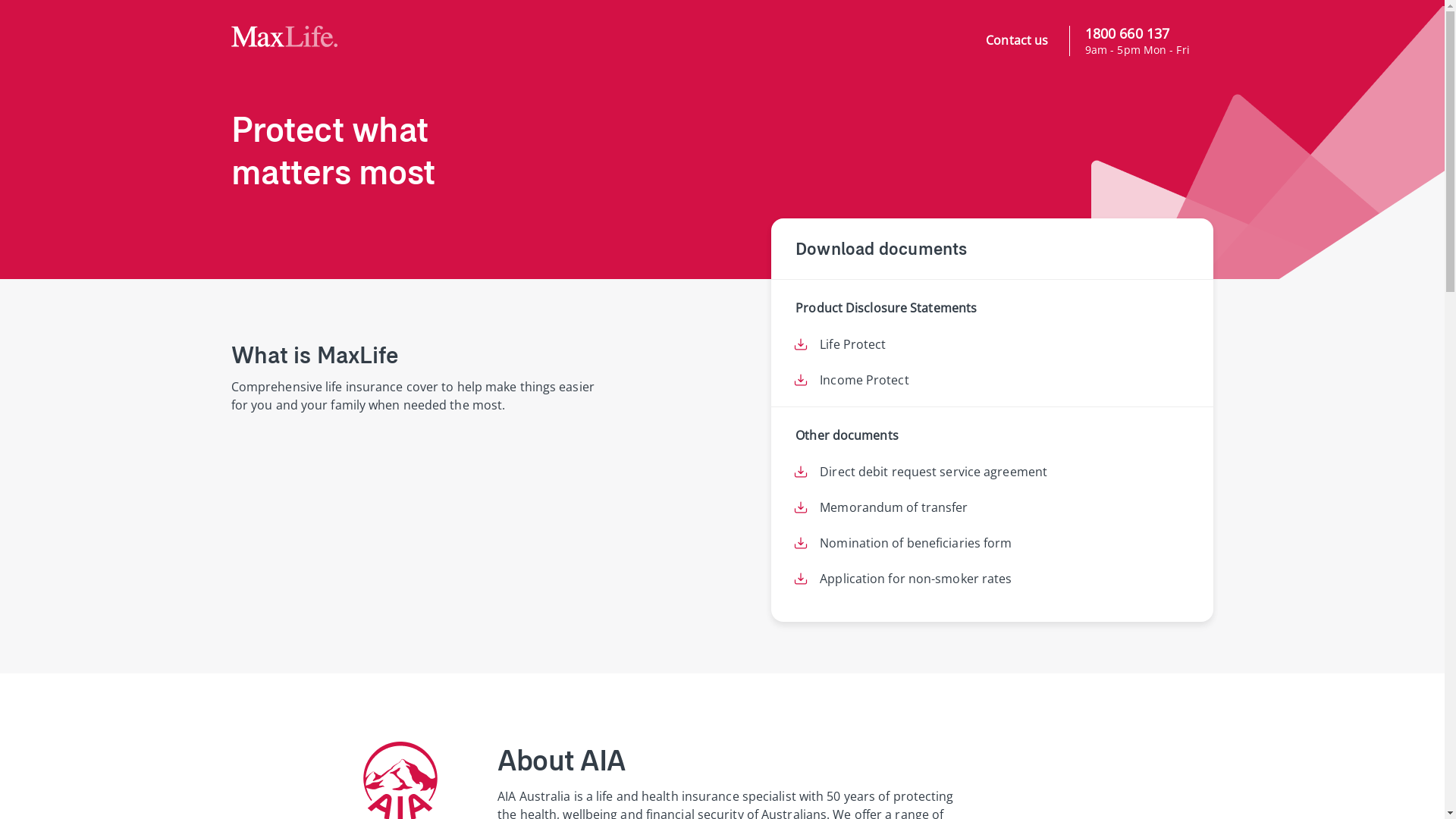 This screenshot has height=819, width=1456. What do you see at coordinates (893, 507) in the screenshot?
I see `'Memorandum of transfer'` at bounding box center [893, 507].